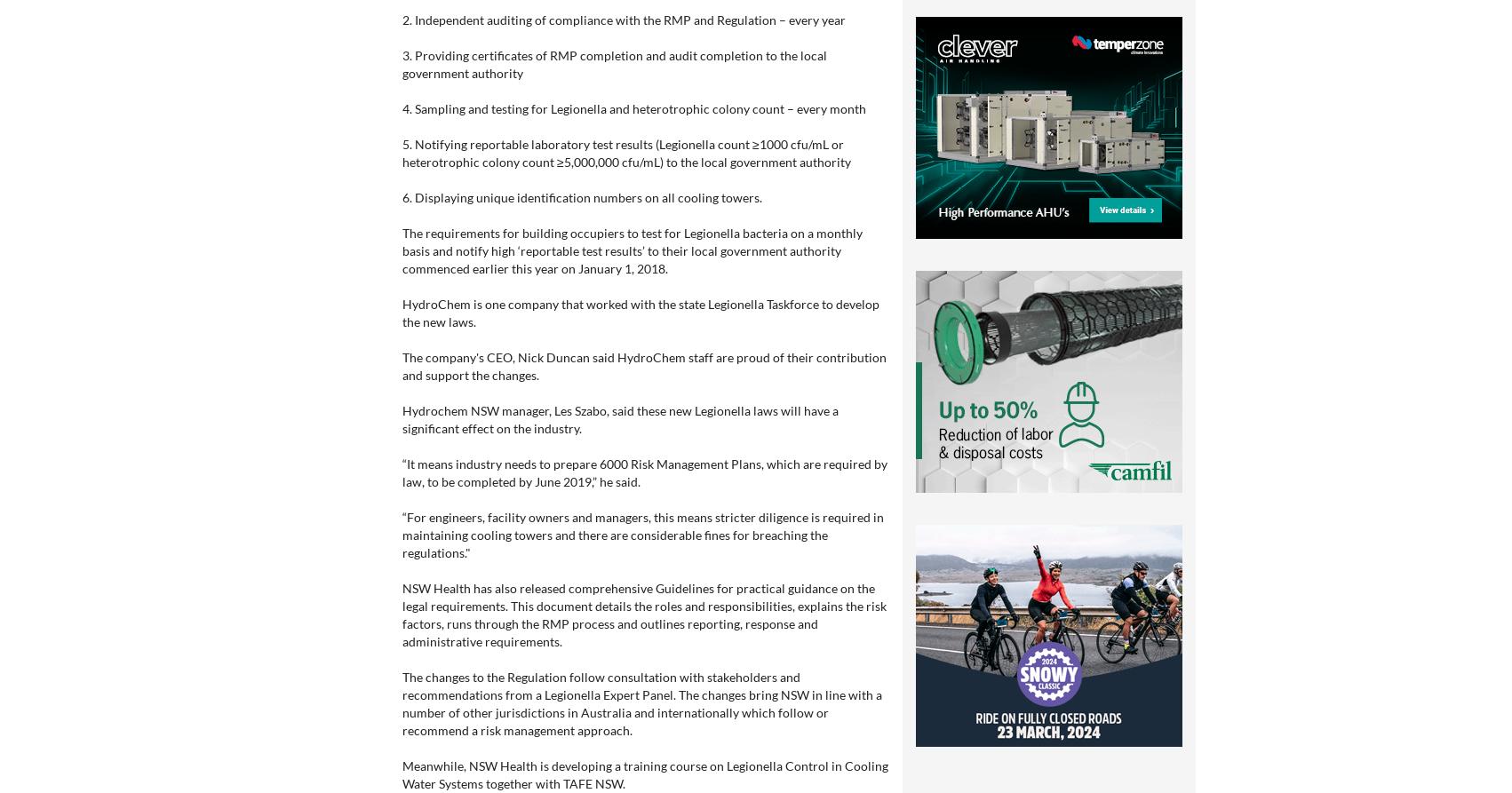  Describe the element at coordinates (633, 108) in the screenshot. I see `'4. Sampling and testing for Legionella and heterotrophic colony count – every month'` at that location.